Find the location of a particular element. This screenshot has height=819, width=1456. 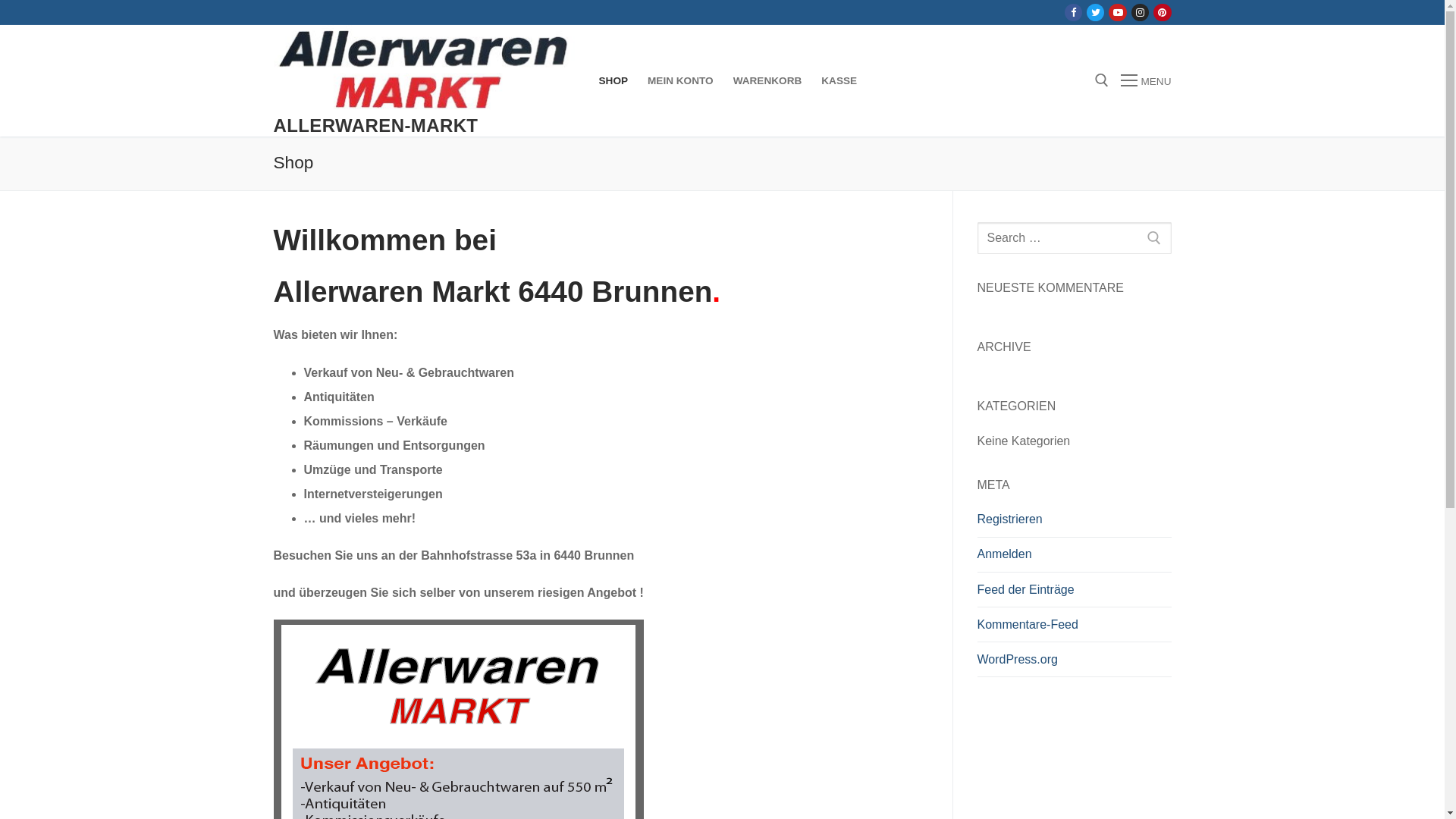

'KASSE' is located at coordinates (838, 81).